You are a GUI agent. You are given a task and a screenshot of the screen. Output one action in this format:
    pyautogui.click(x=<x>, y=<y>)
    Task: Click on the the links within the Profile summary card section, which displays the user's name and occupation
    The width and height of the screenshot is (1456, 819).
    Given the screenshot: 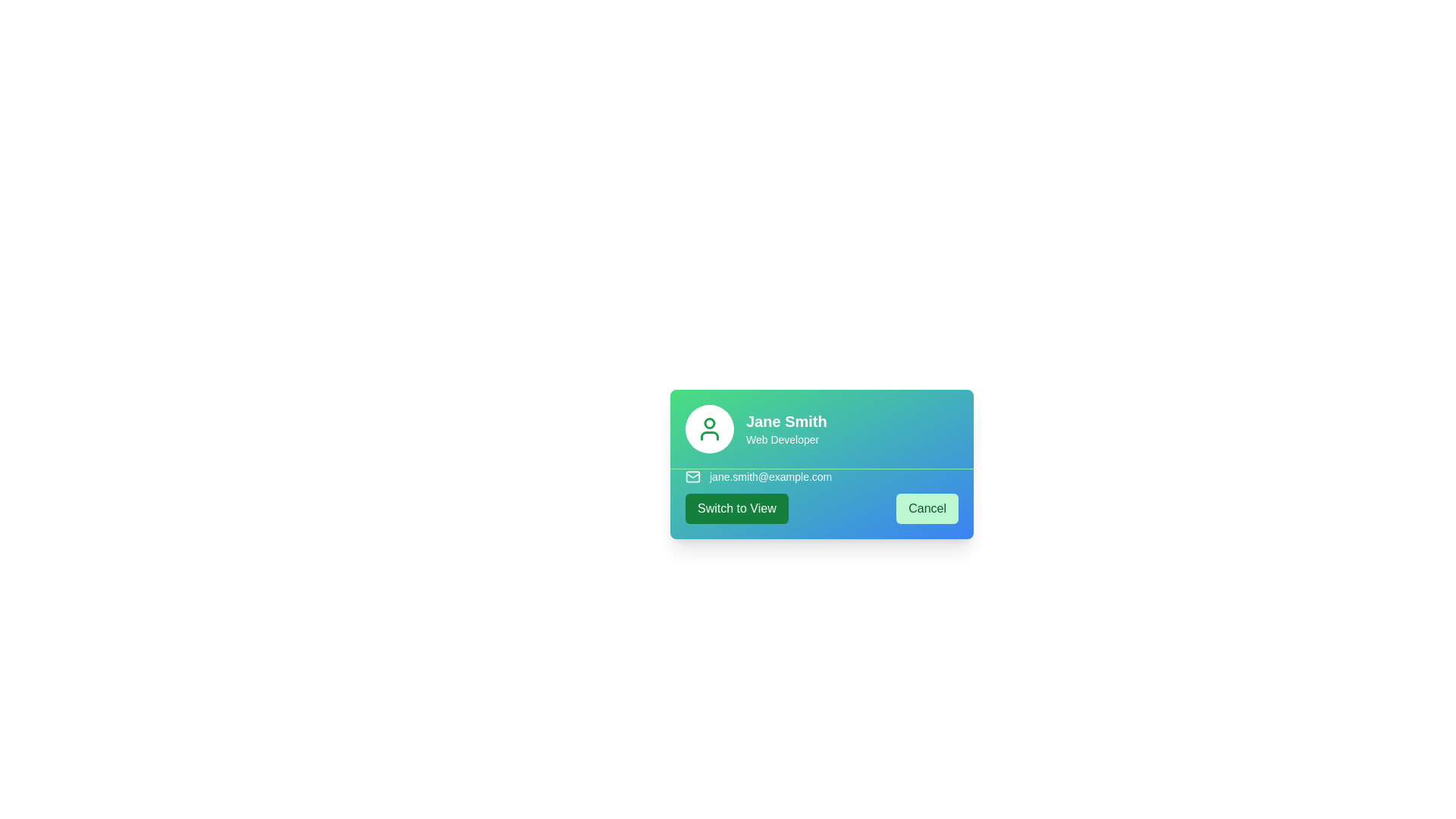 What is the action you would take?
    pyautogui.click(x=821, y=429)
    